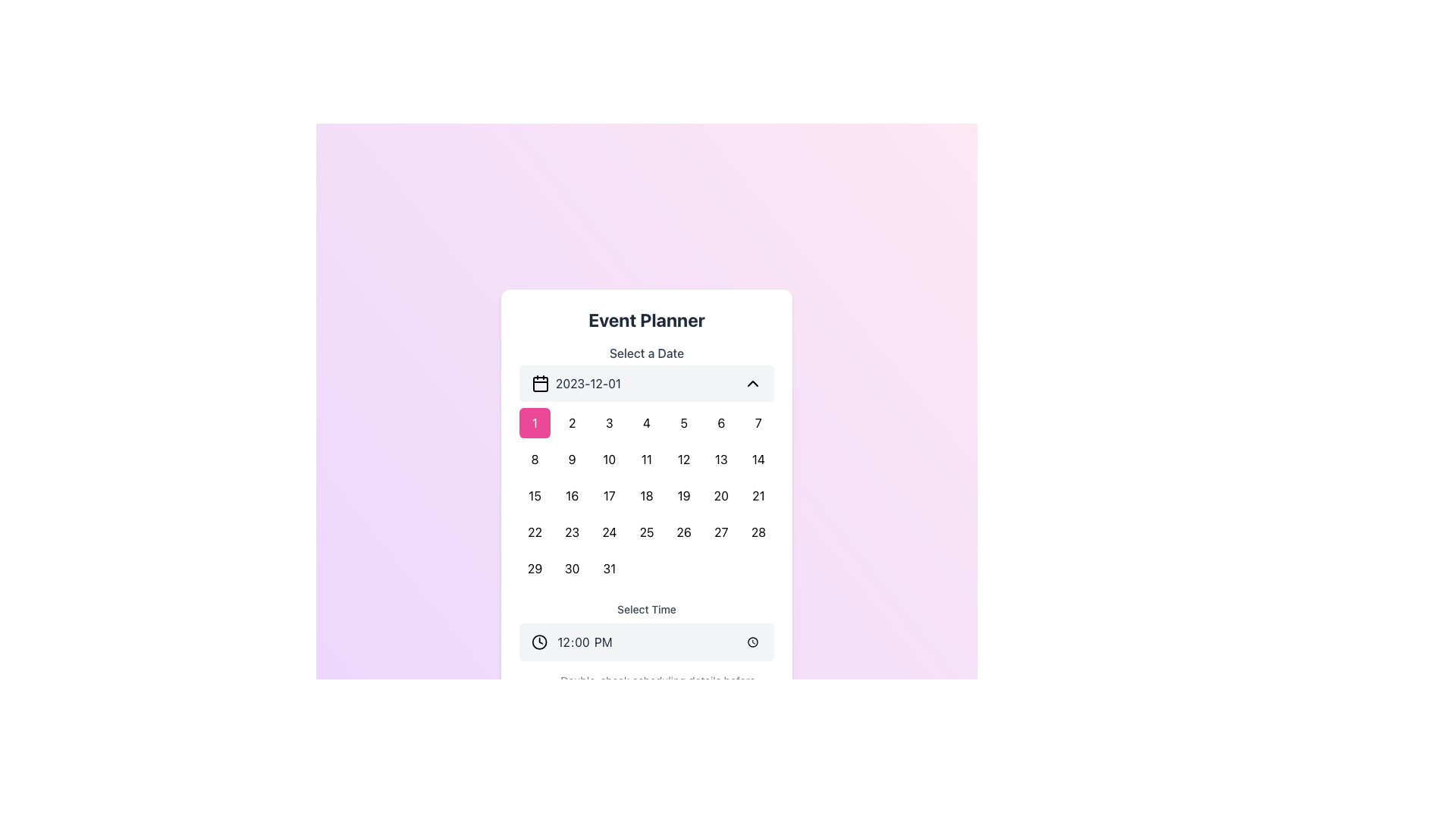  I want to click on the button representing the date '1' in the calendar view, so click(535, 423).